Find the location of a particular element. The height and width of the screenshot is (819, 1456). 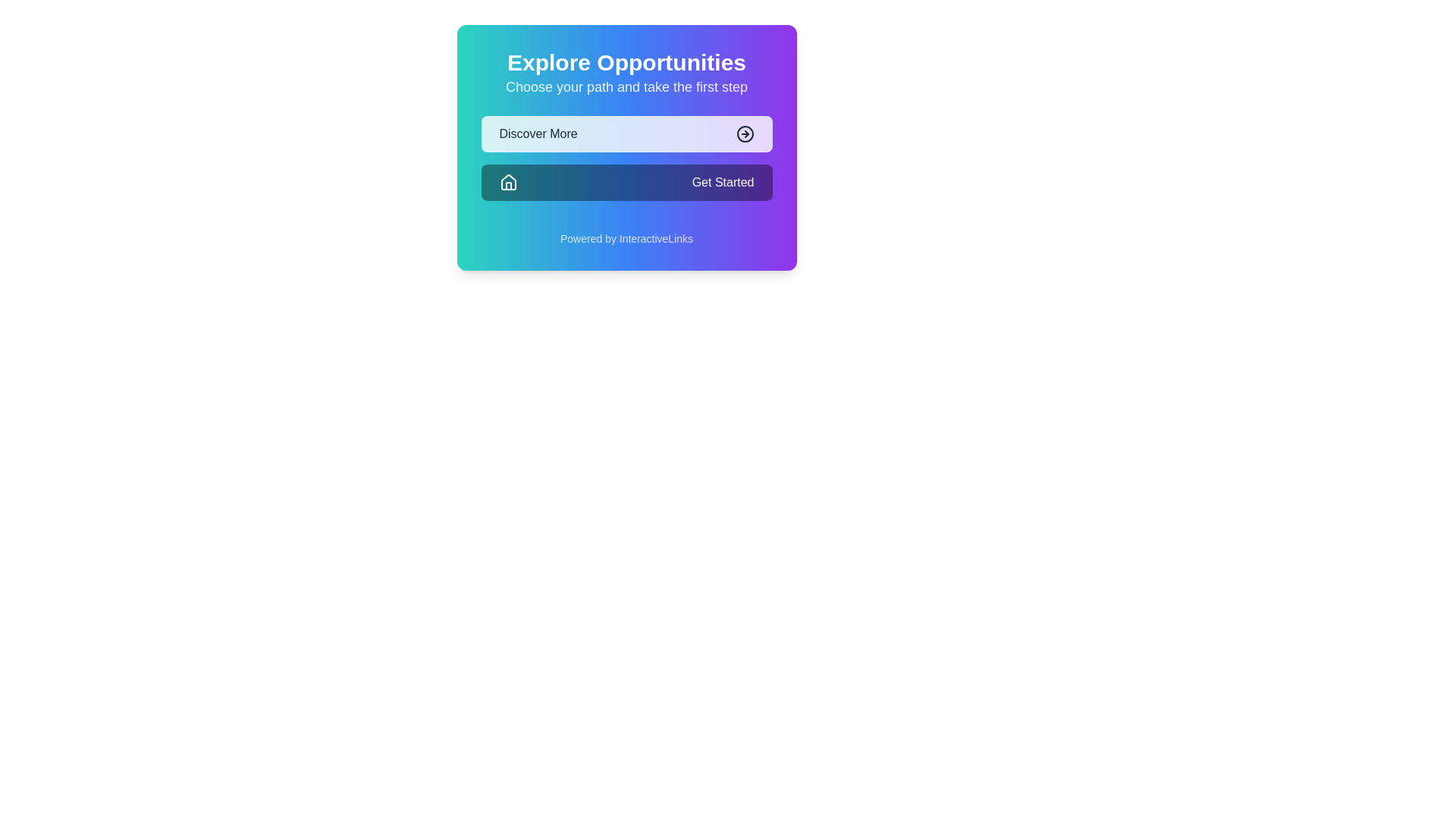

the house icon, which is a small white icon with a modern outline located on the left side within the 'Get Started' button at the bottom of the card layout is located at coordinates (508, 181).